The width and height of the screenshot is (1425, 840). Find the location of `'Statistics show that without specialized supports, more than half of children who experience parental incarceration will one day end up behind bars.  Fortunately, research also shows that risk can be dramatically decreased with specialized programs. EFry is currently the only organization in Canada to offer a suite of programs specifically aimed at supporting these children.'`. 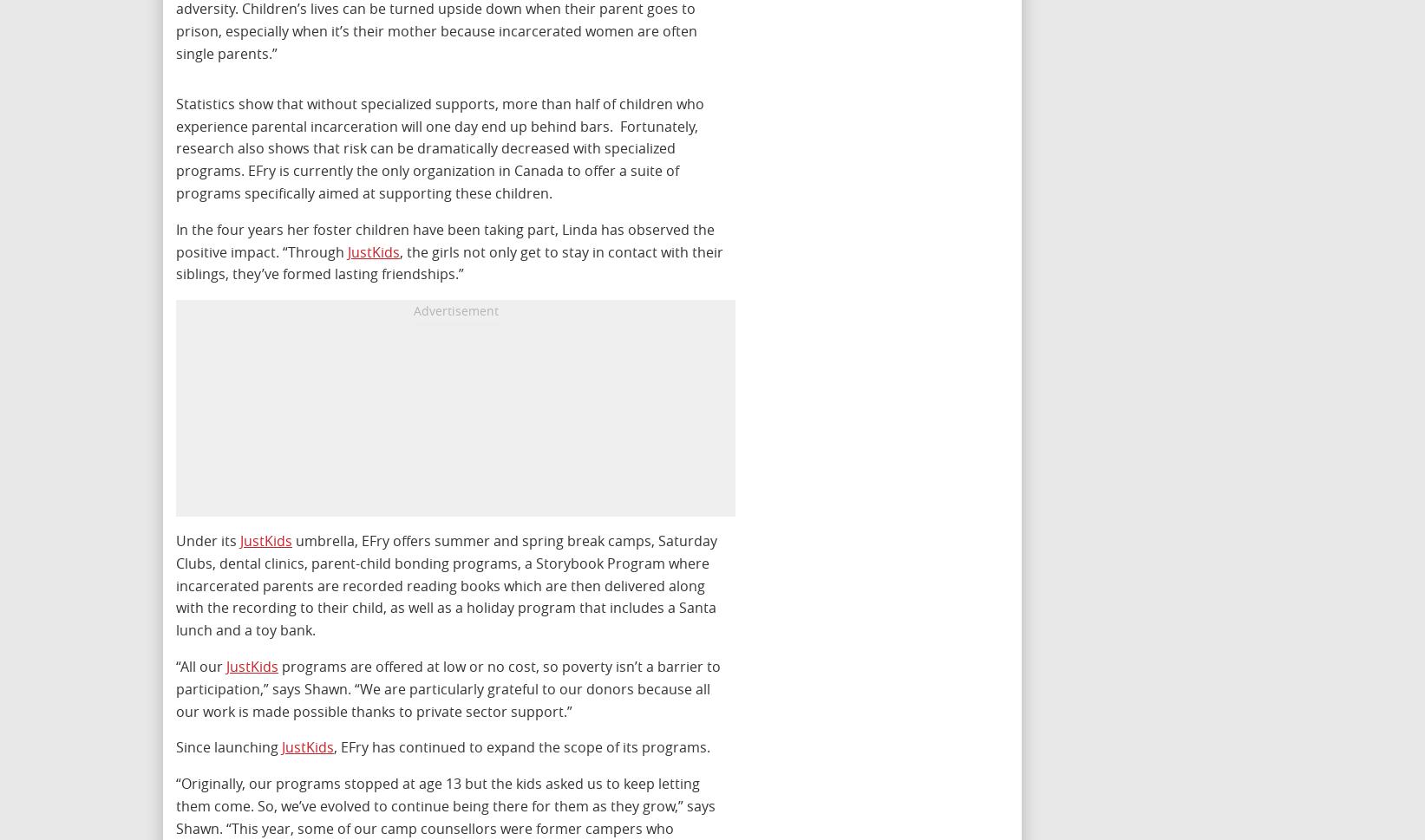

'Statistics show that without specialized supports, more than half of children who experience parental incarceration will one day end up behind bars.  Fortunately, research also shows that risk can be dramatically decreased with specialized programs. EFry is currently the only organization in Canada to offer a suite of programs specifically aimed at supporting these children.' is located at coordinates (176, 147).